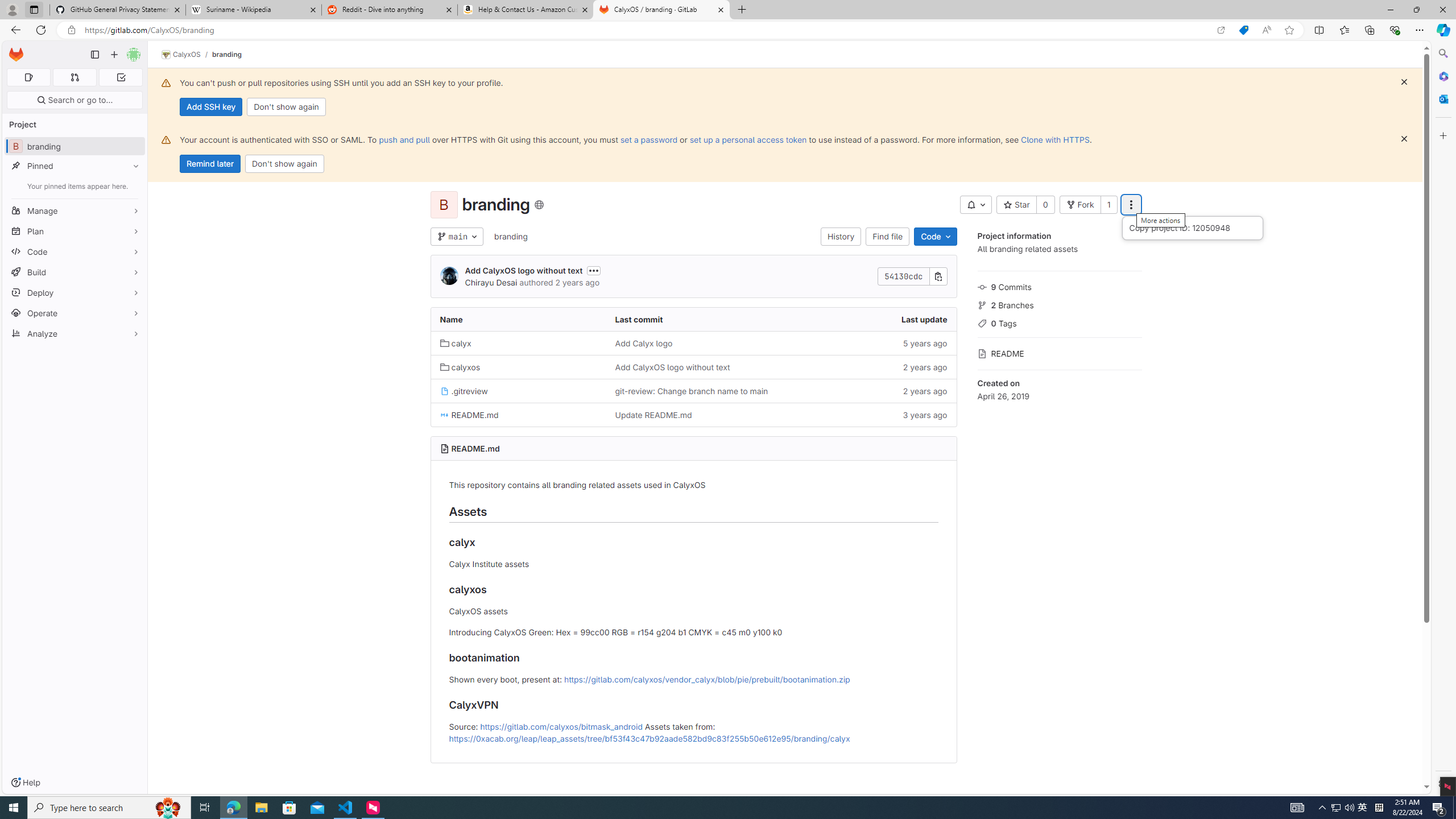  I want to click on 'set up a personal access token', so click(747, 139).